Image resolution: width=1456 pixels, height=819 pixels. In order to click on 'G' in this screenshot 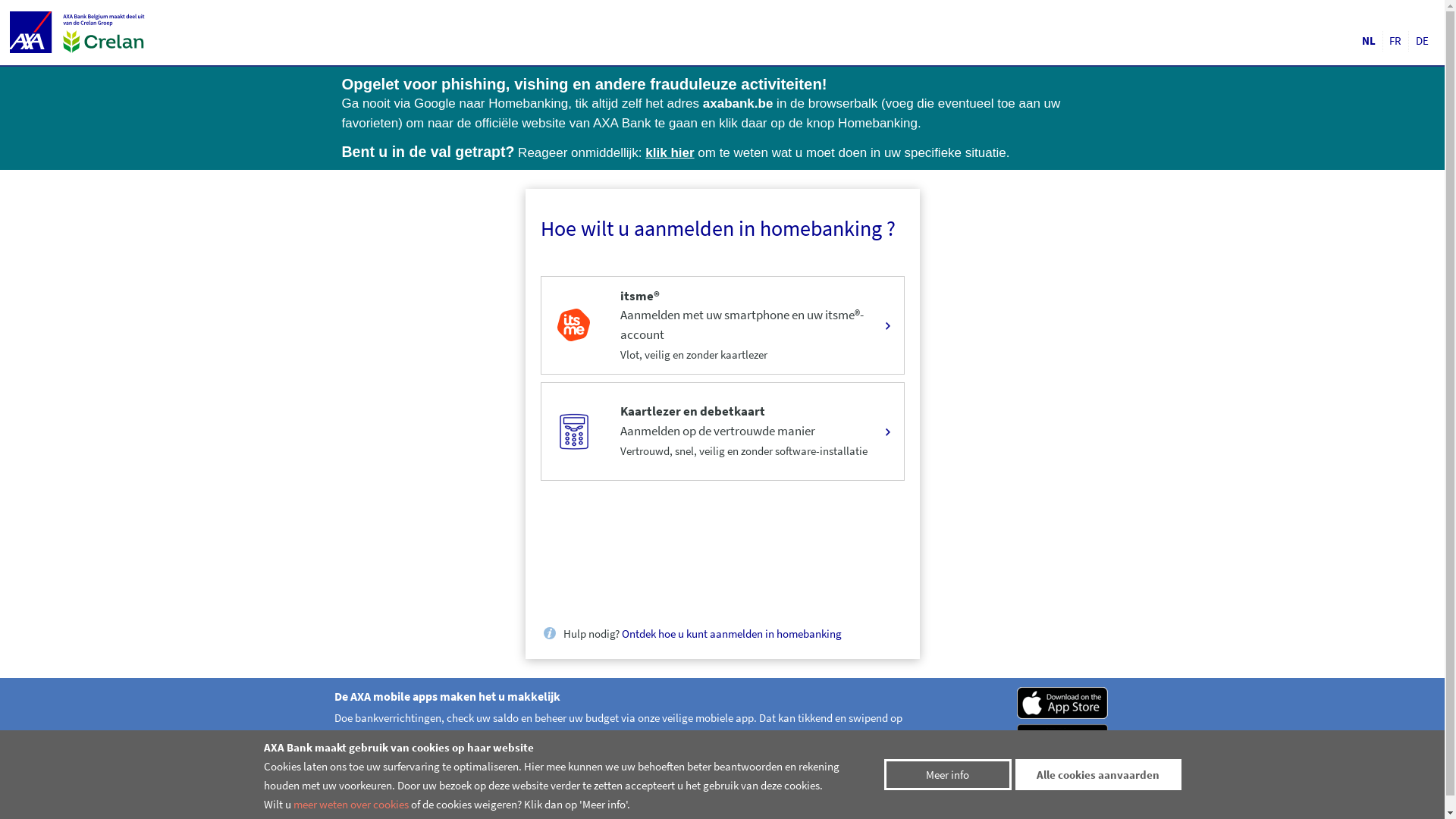, I will do `click(1062, 738)`.